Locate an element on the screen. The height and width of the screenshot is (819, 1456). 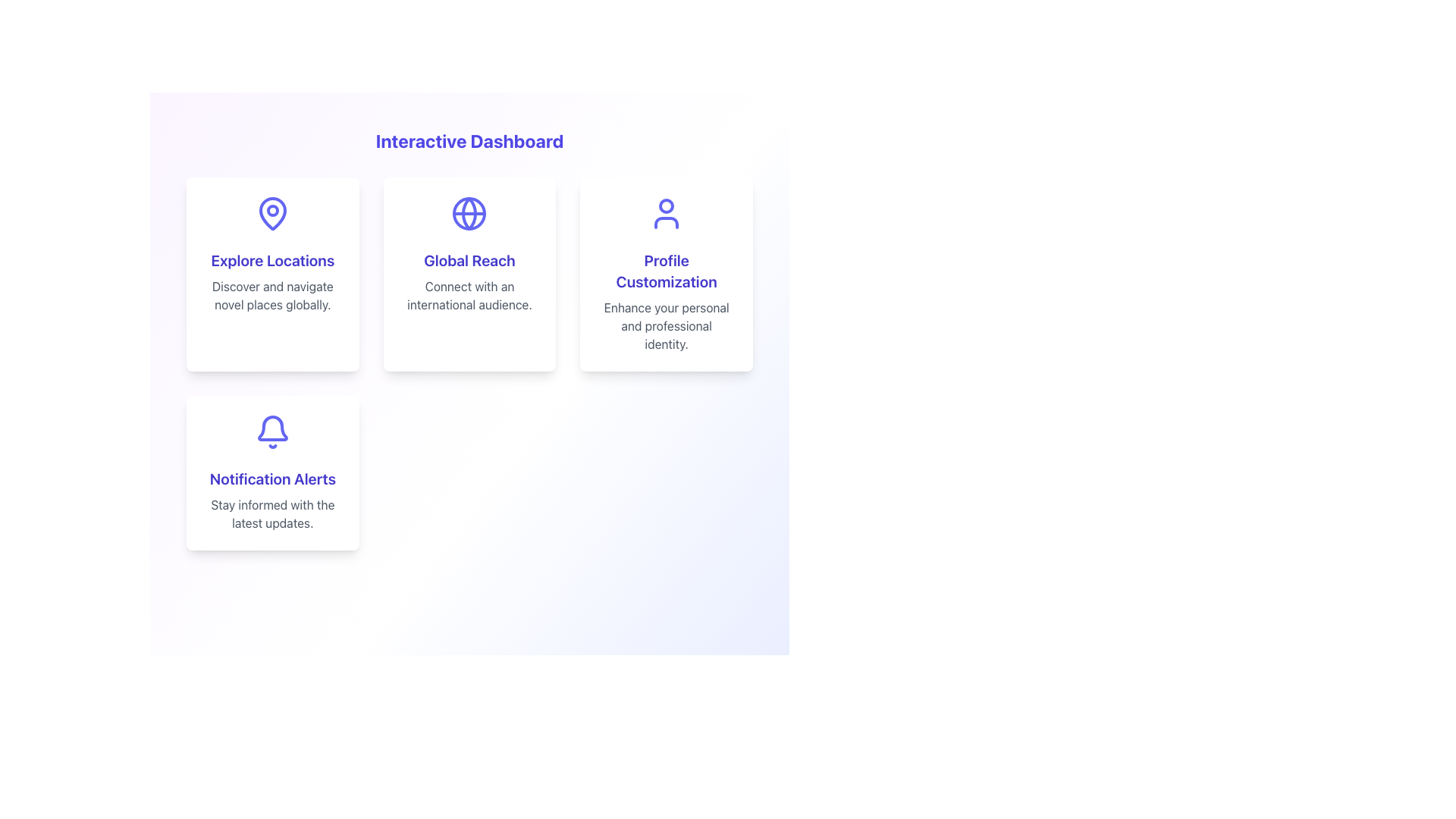
the indigo map pin icon located in the 'Explore Locations' card, which features a rounded base tapering to a point and a circular hollow in the center is located at coordinates (272, 213).